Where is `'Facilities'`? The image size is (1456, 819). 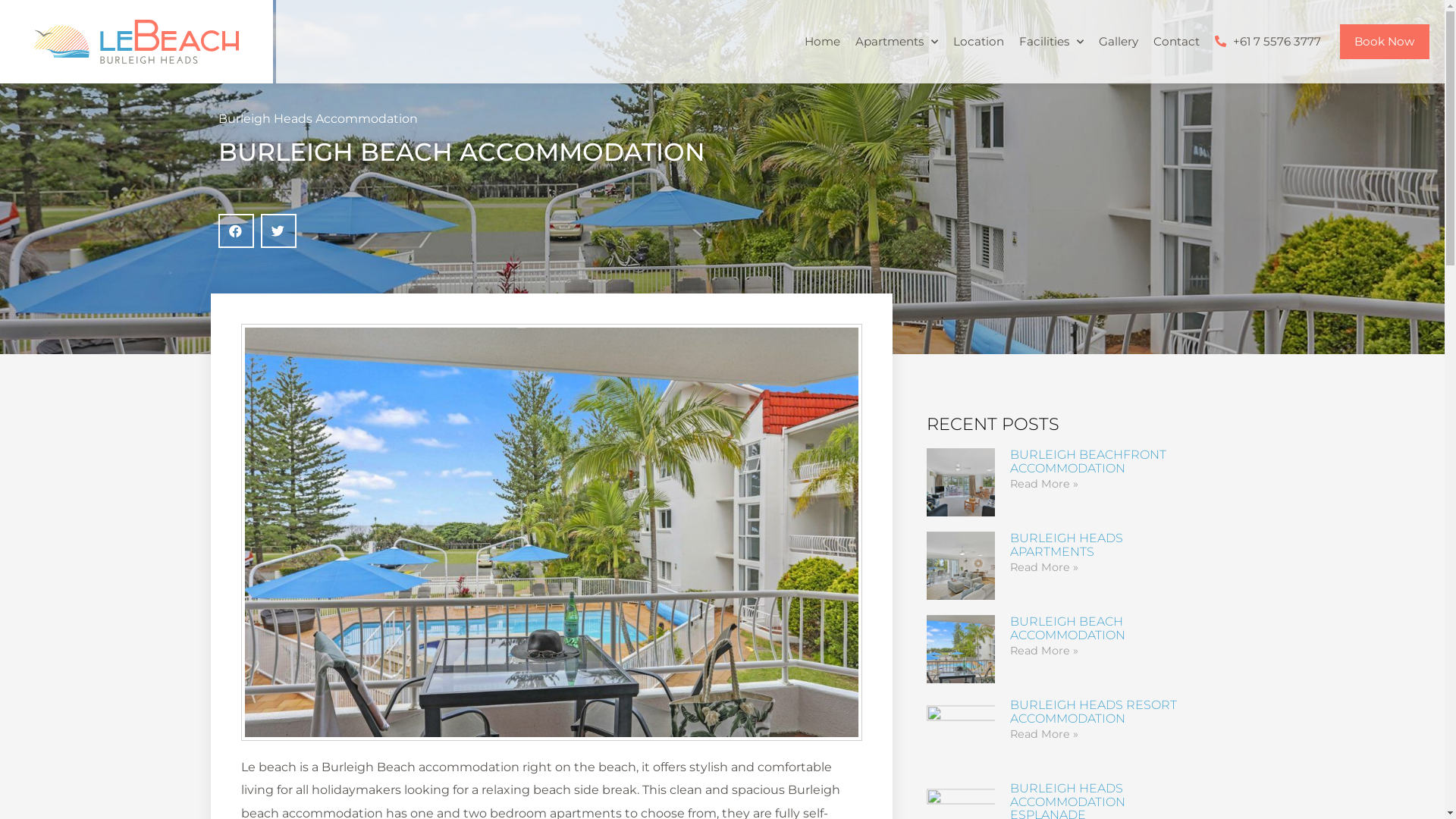 'Facilities' is located at coordinates (1050, 40).